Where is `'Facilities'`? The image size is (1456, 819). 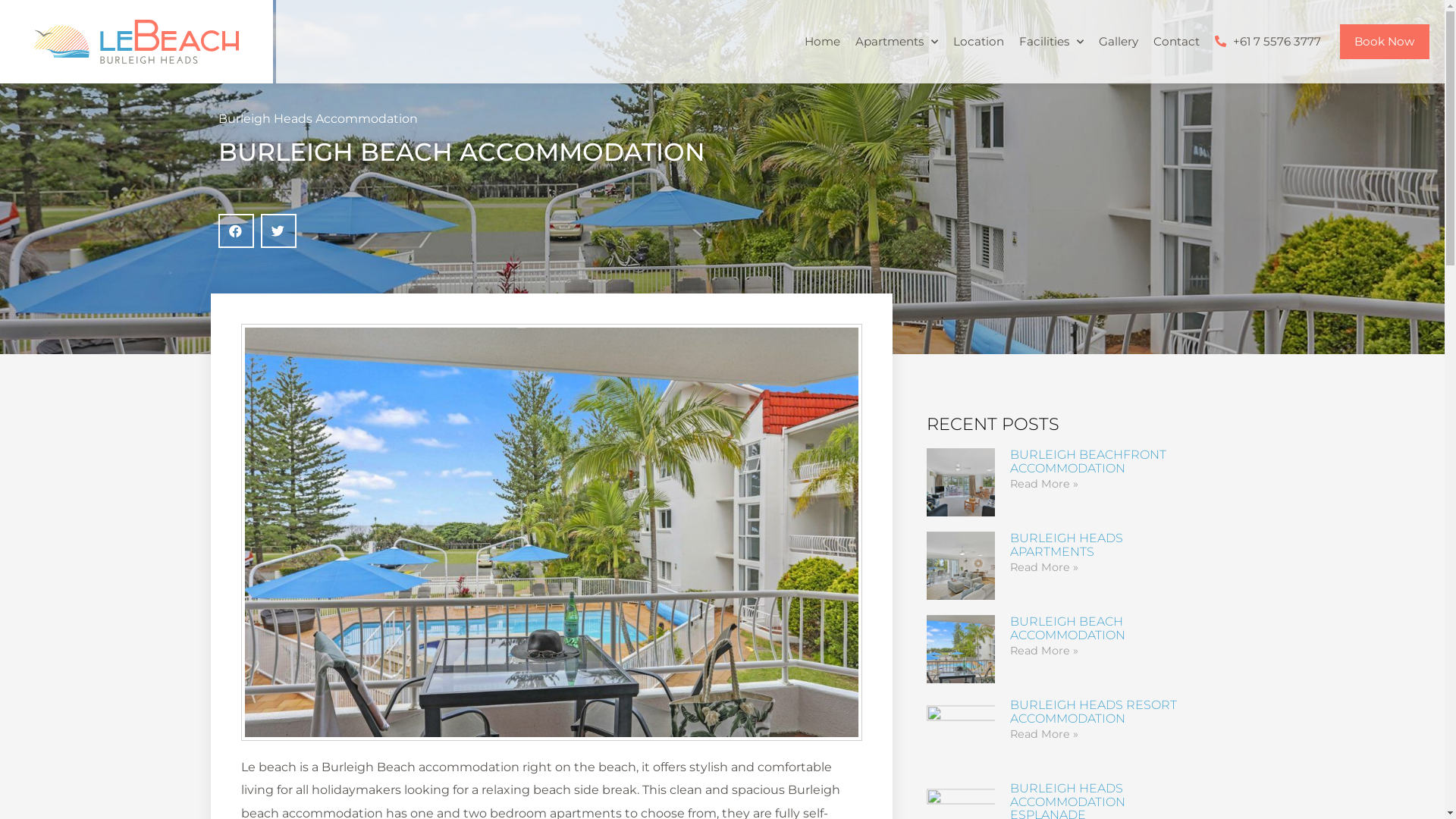 'Facilities' is located at coordinates (1050, 40).